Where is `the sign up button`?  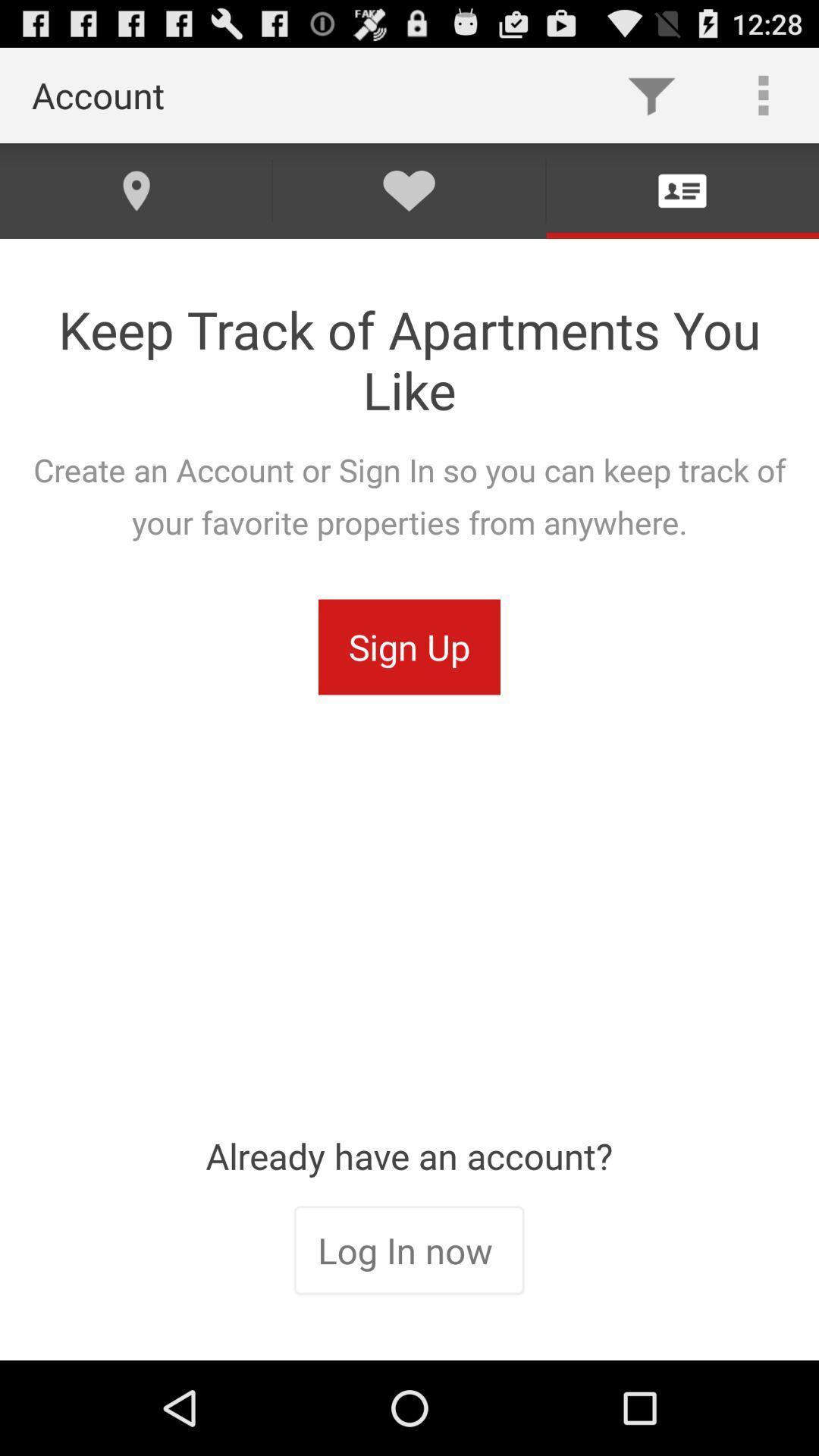 the sign up button is located at coordinates (409, 647).